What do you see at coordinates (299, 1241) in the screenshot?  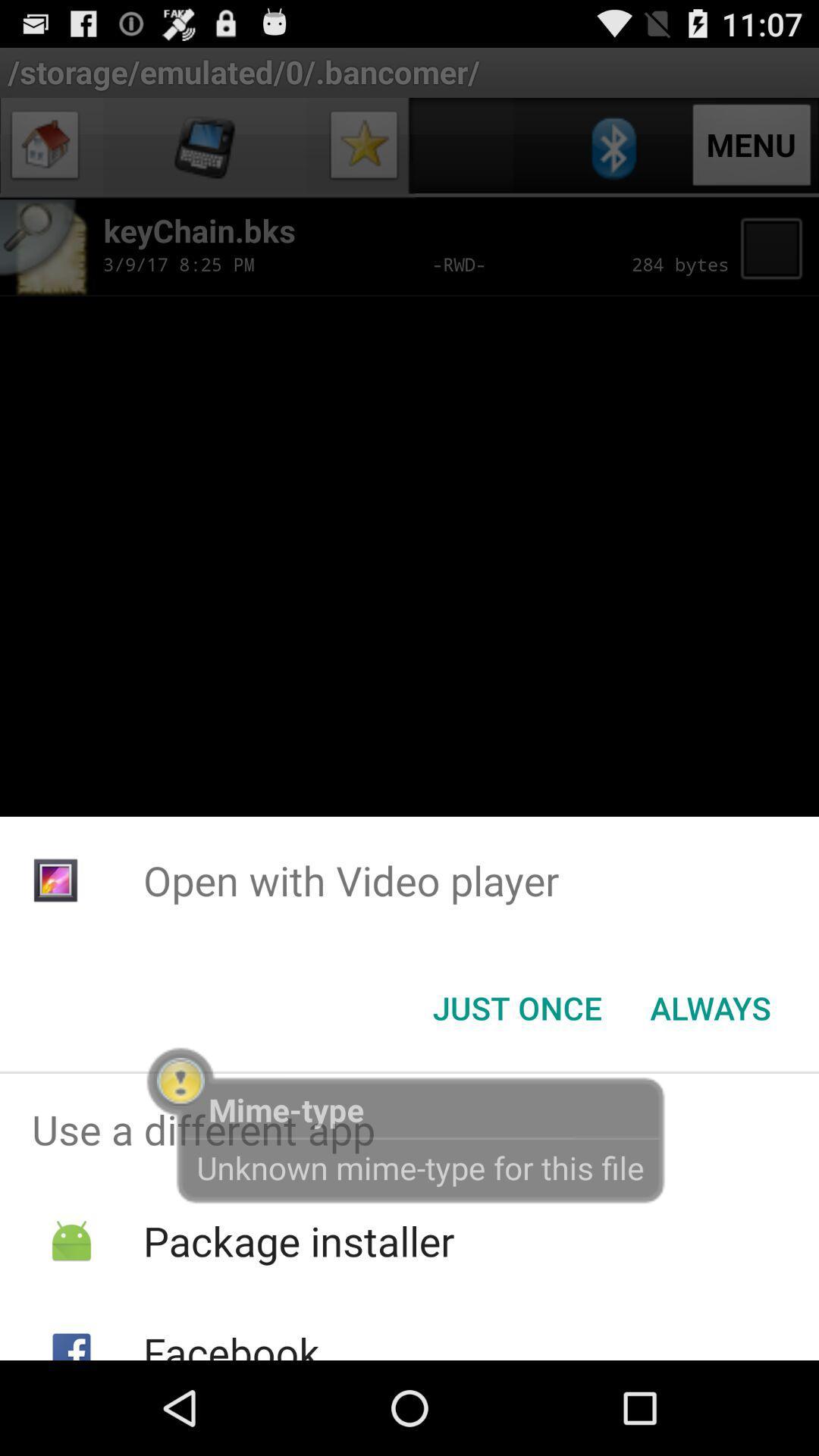 I see `item below use a different icon` at bounding box center [299, 1241].